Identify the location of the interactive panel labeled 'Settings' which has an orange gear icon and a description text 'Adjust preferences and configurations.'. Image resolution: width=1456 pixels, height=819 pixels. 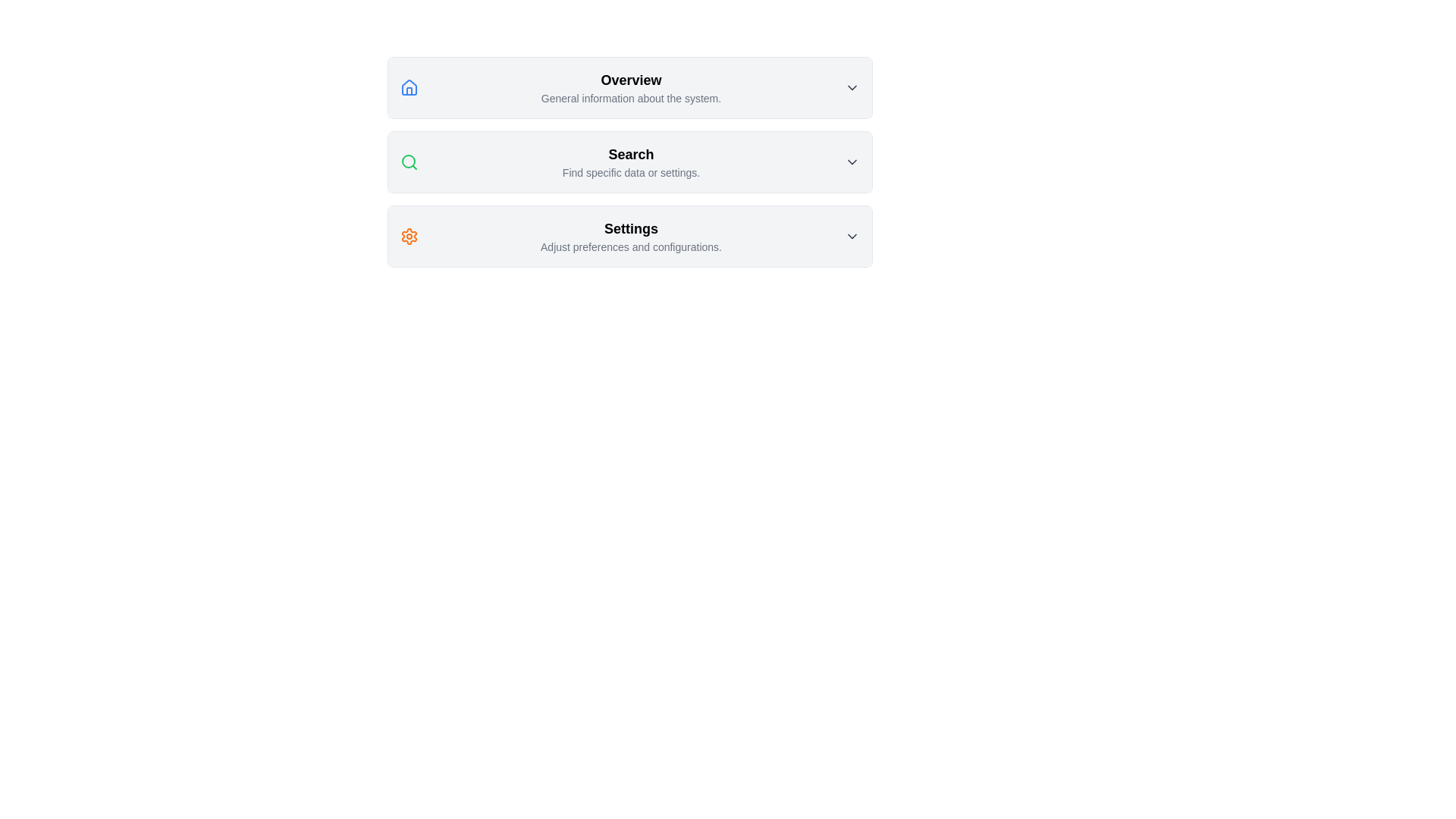
(629, 237).